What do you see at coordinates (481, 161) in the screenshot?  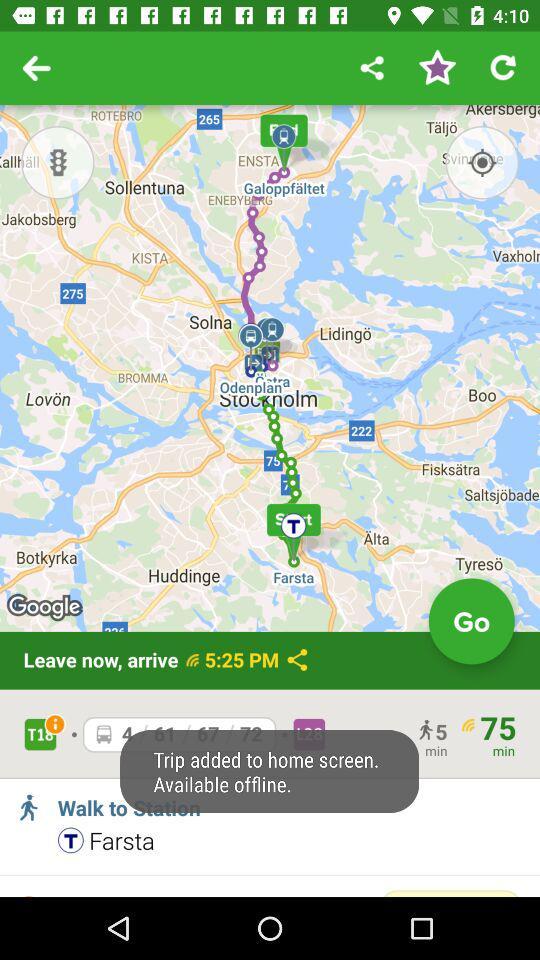 I see `zoom to the location` at bounding box center [481, 161].